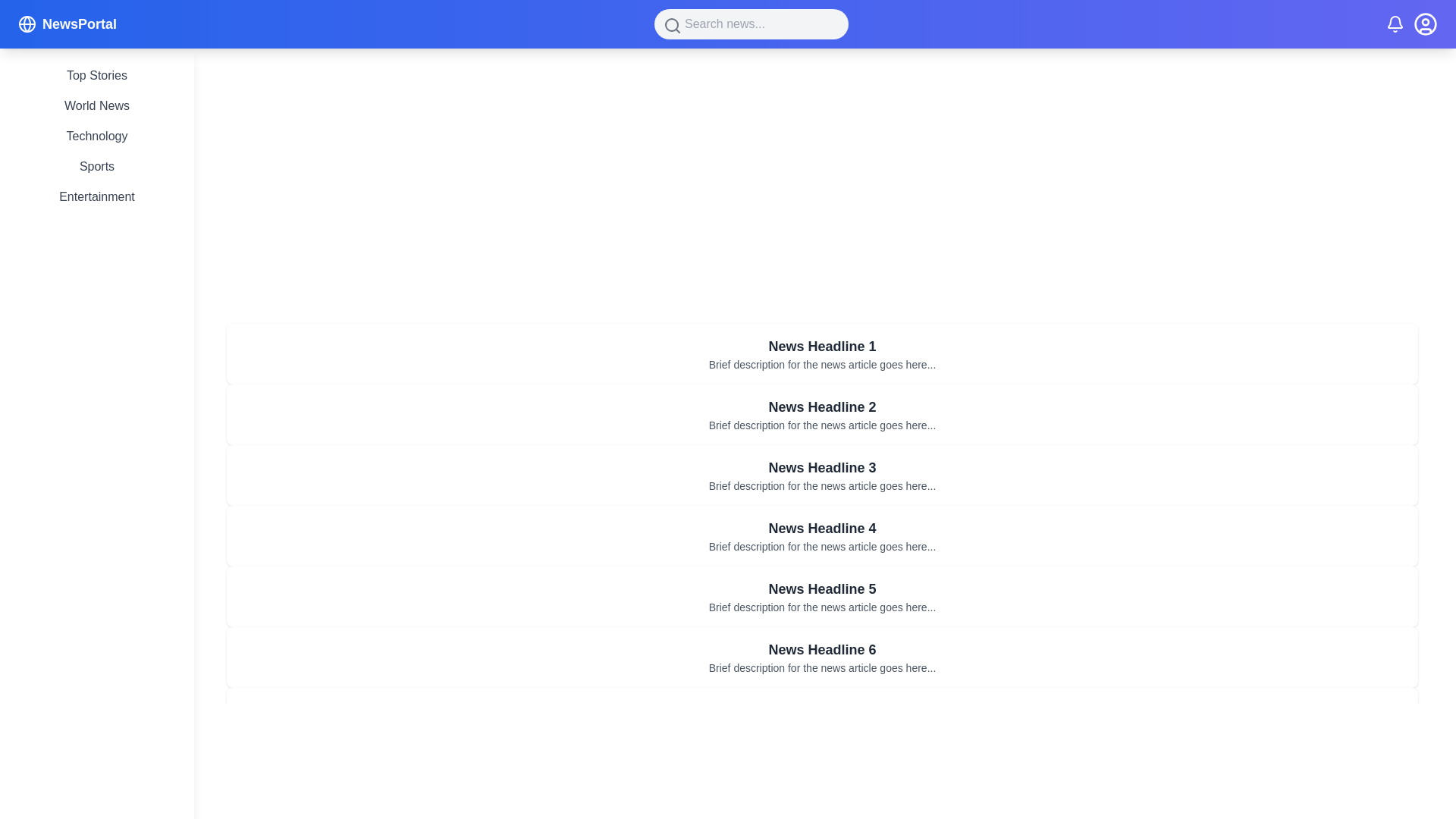  What do you see at coordinates (96, 136) in the screenshot?
I see `the third text-based navigation link in the vertical menu of the left sidebar` at bounding box center [96, 136].